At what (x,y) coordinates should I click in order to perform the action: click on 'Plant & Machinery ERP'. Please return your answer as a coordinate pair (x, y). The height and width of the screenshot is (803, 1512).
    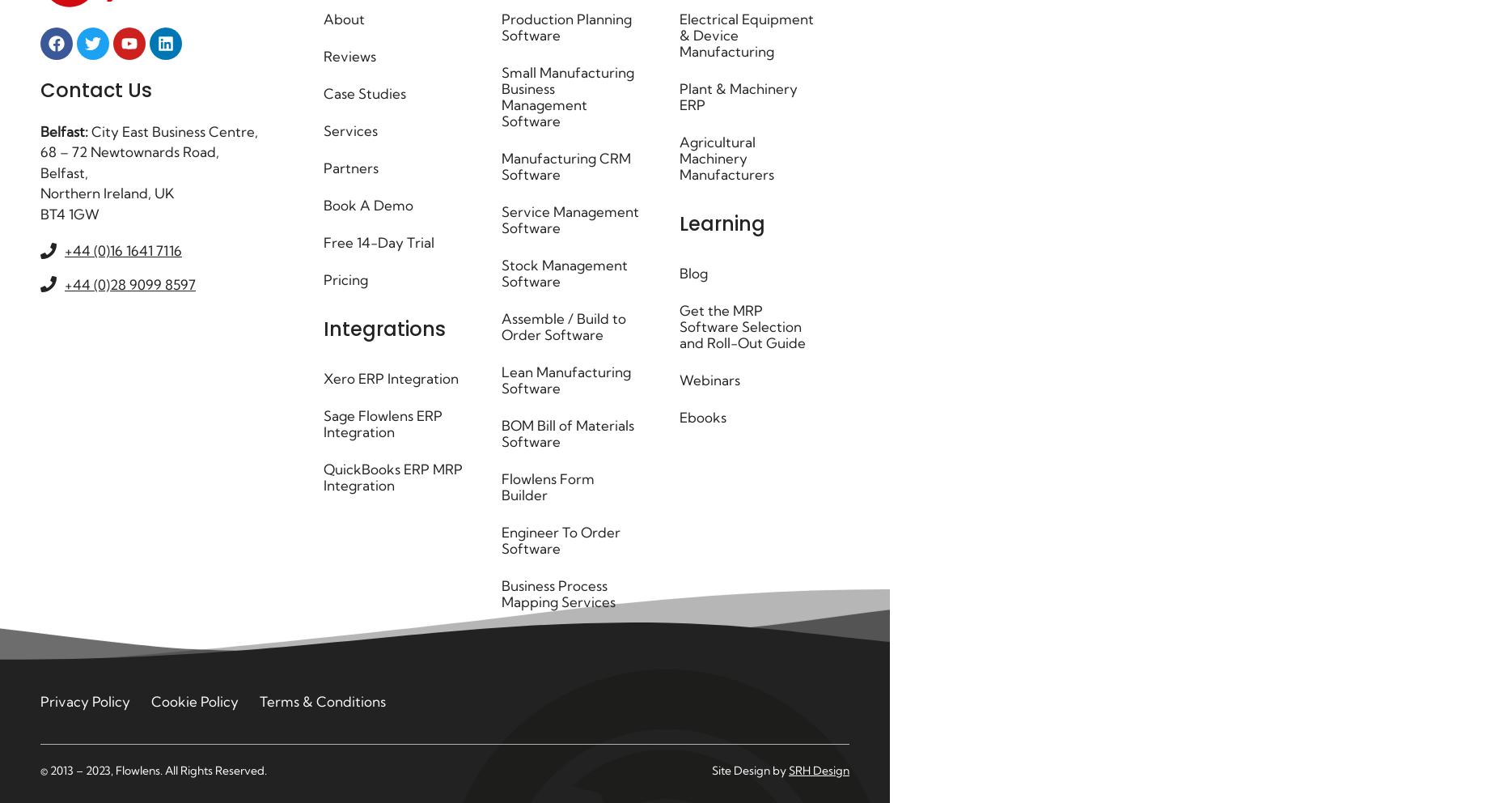
    Looking at the image, I should click on (738, 96).